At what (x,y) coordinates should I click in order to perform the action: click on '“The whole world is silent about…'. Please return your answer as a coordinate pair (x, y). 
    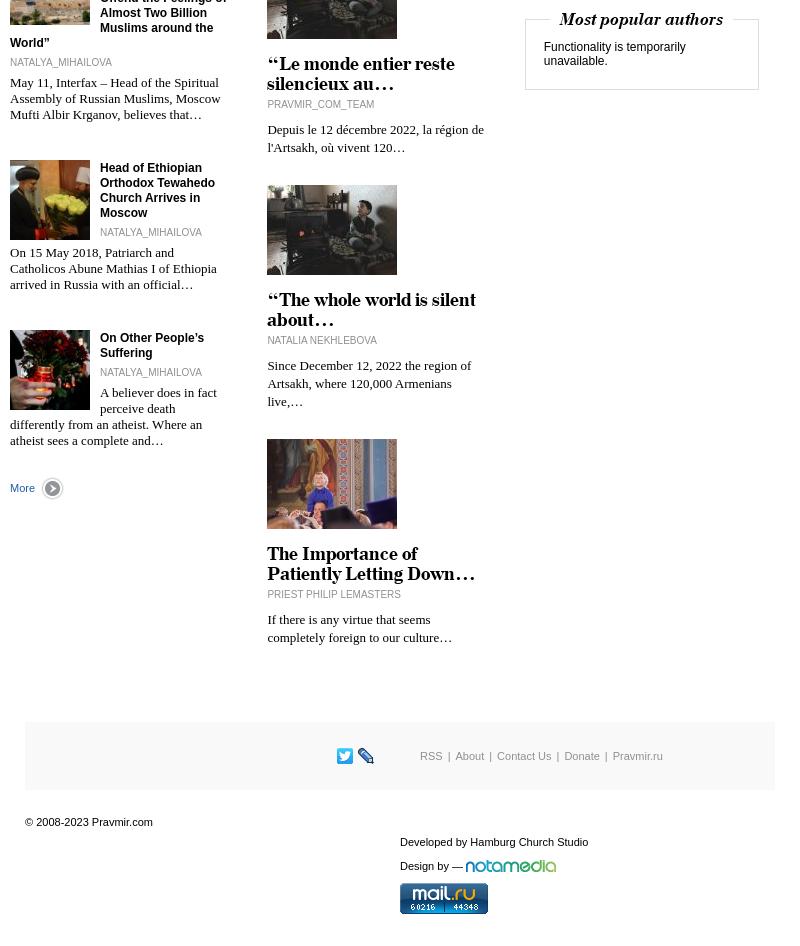
    Looking at the image, I should click on (265, 309).